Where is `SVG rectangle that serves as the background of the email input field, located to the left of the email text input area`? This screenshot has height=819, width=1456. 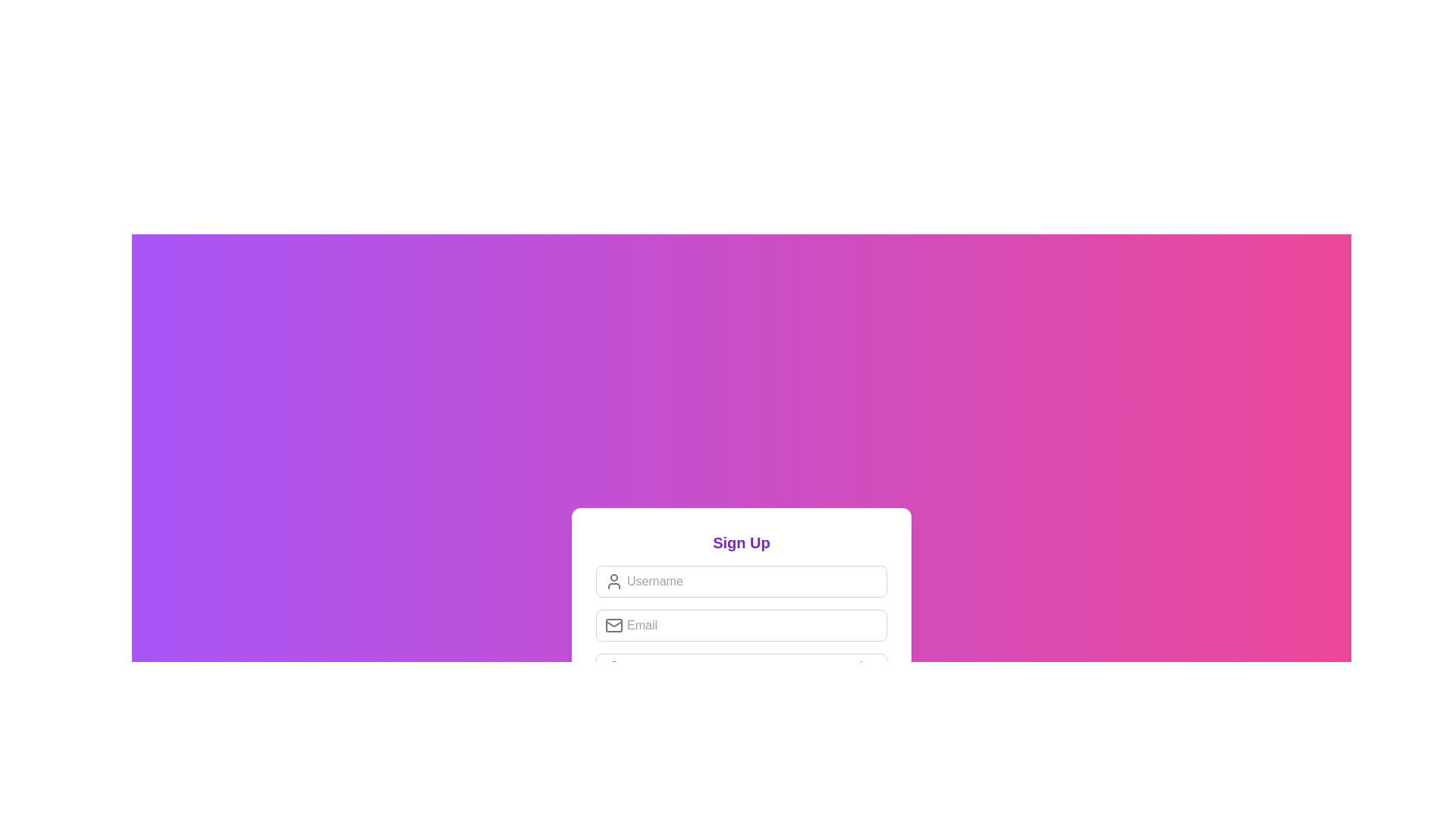
SVG rectangle that serves as the background of the email input field, located to the left of the email text input area is located at coordinates (614, 626).